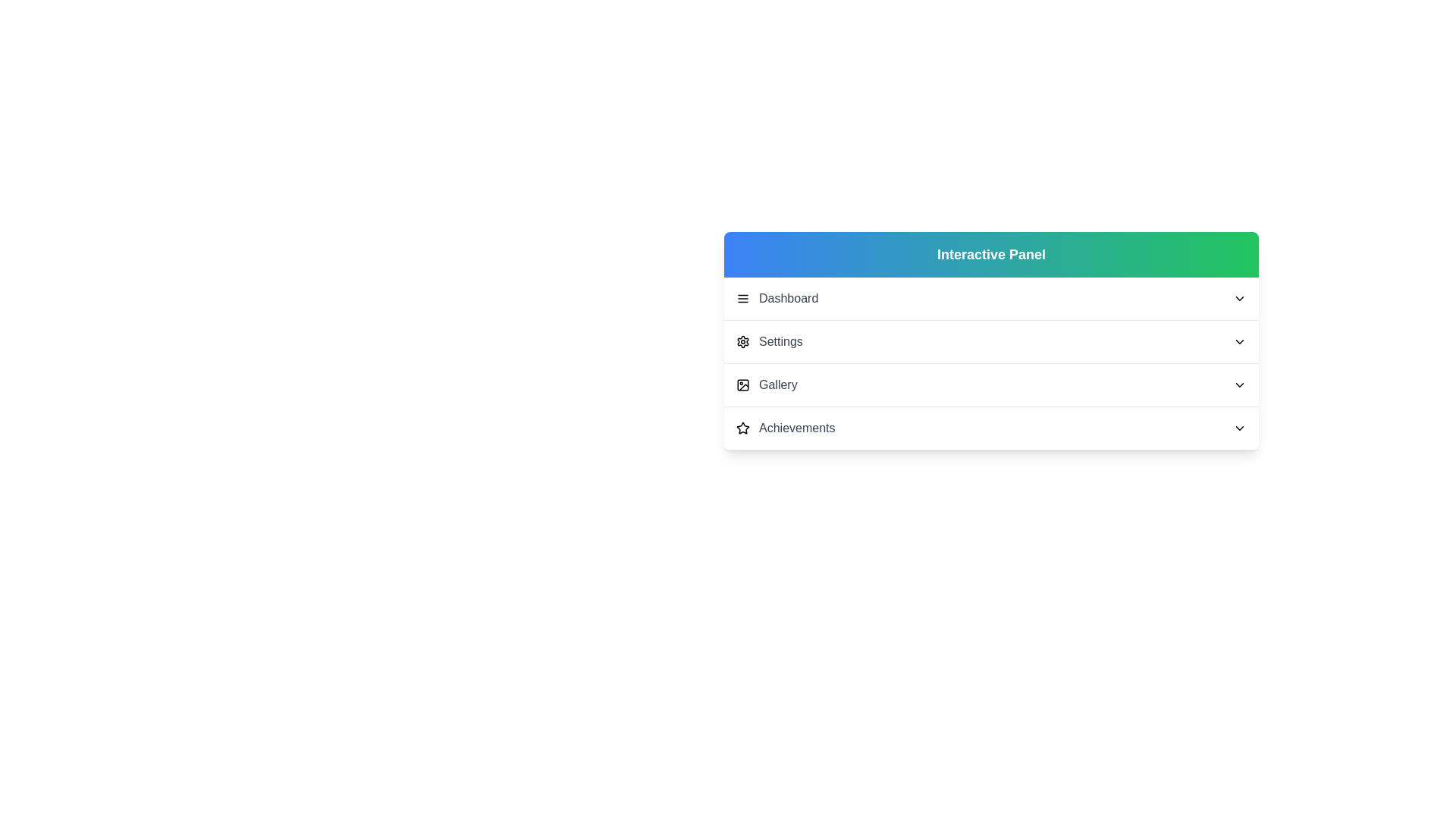  What do you see at coordinates (742, 384) in the screenshot?
I see `the small rectangular icon component with rounded corners located next to the 'Gallery' text in the third row of the interactive panel` at bounding box center [742, 384].